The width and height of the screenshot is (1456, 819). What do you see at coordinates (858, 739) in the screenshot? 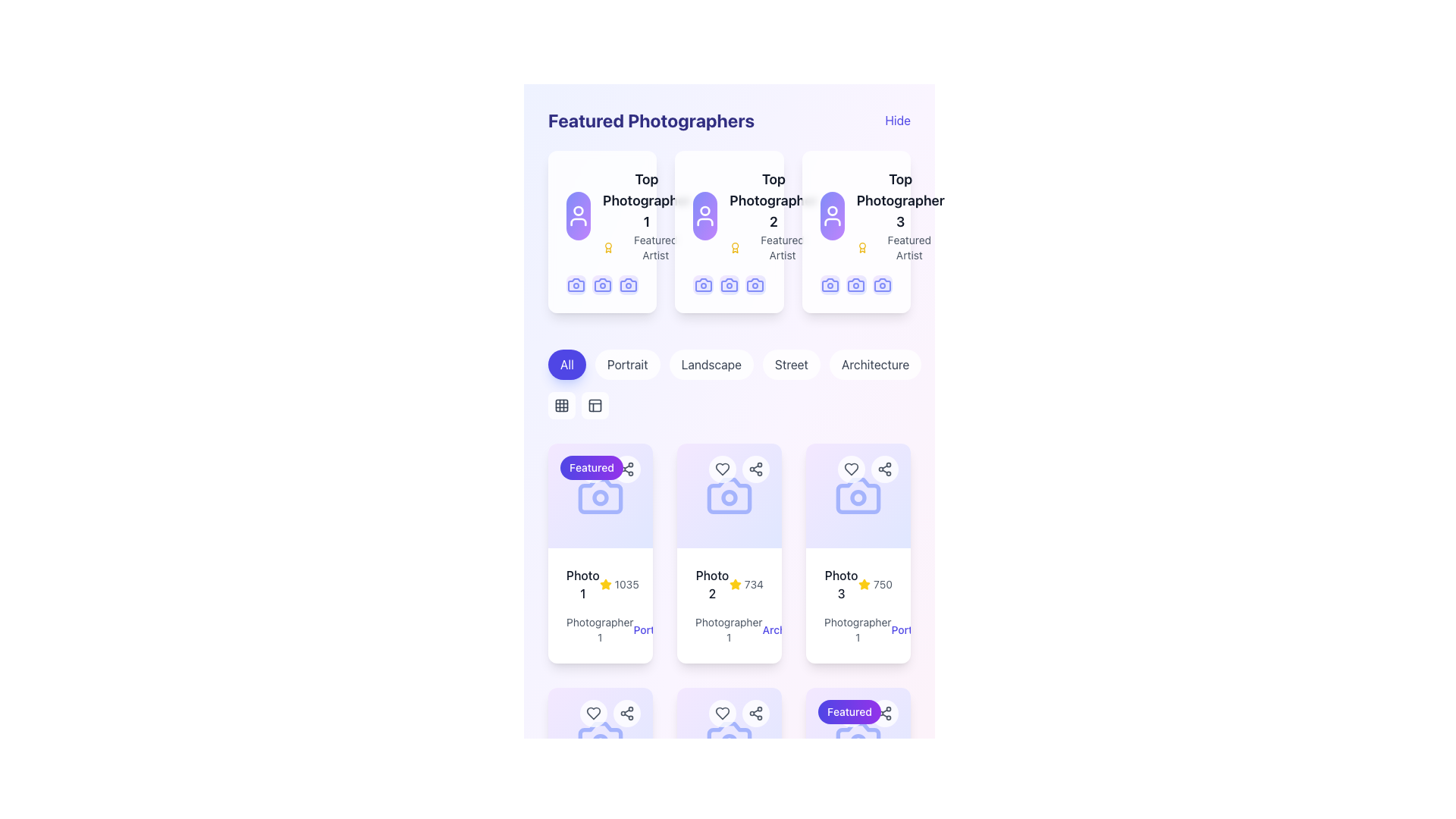
I see `the camera icon in the bottom row of the grid of cards, which is the first card immediately below the 'Featured' label` at bounding box center [858, 739].